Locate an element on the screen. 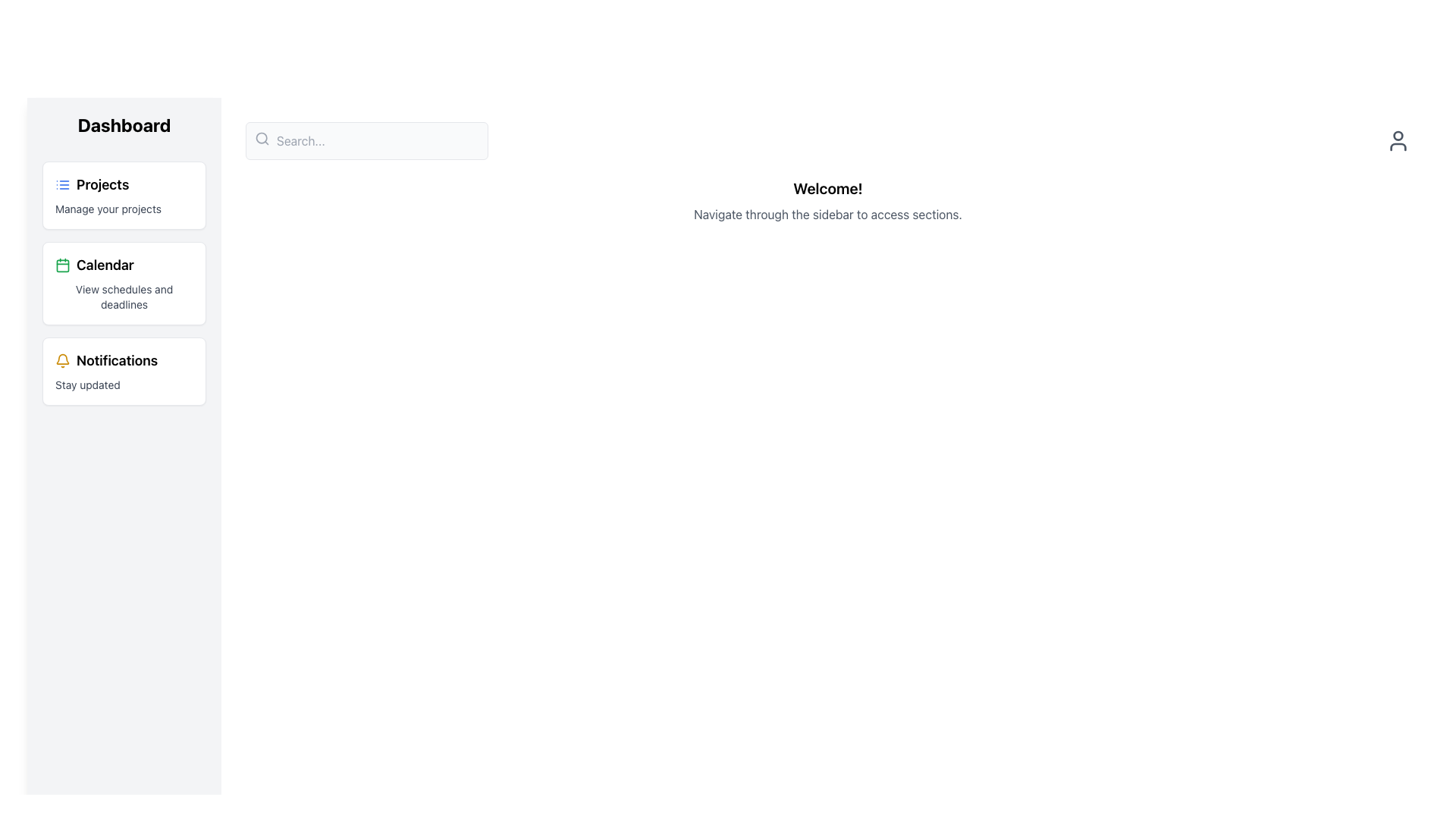 The height and width of the screenshot is (819, 1456). the 'Calendar' label in the sidebar menu is located at coordinates (105, 265).